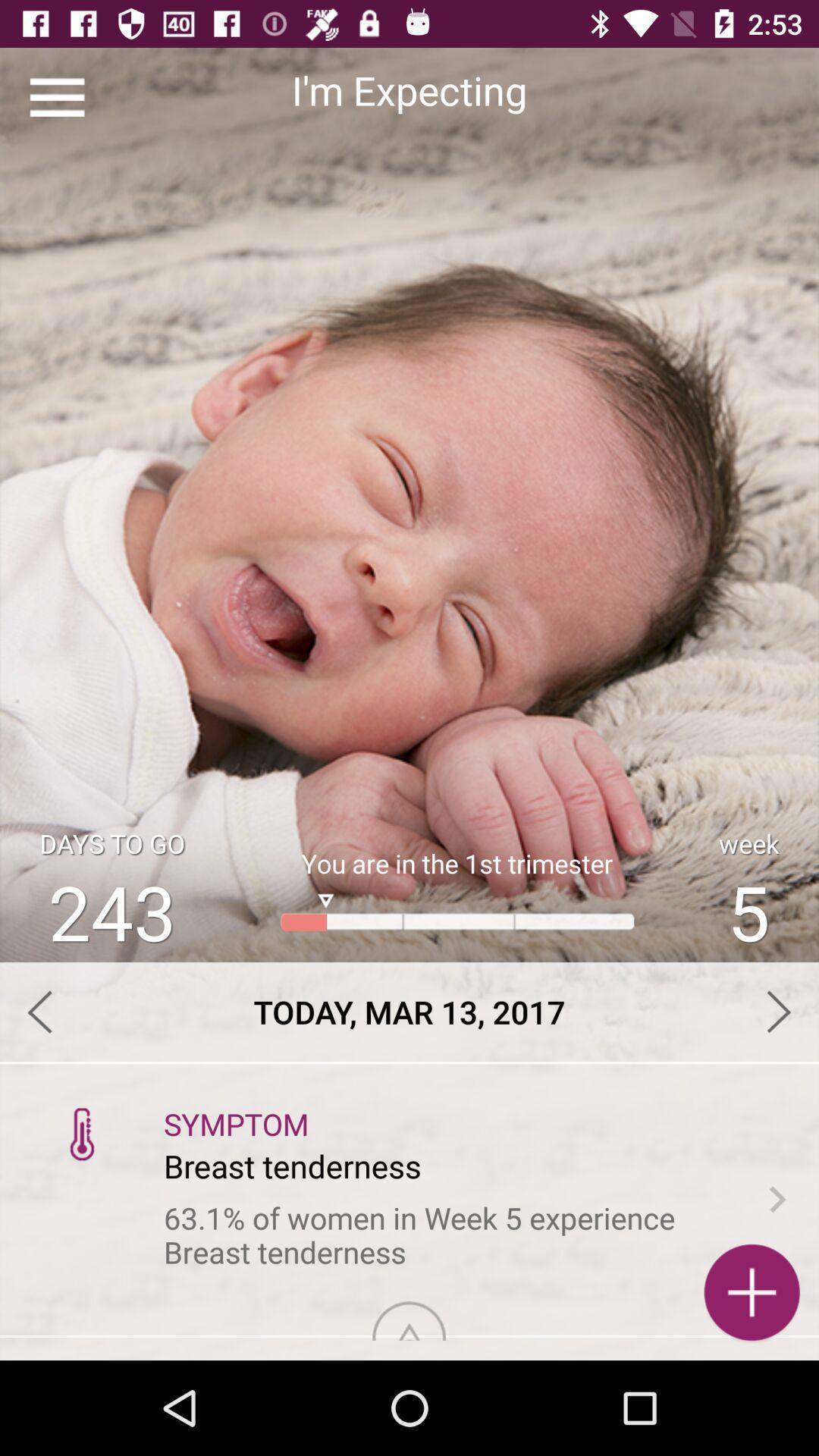  Describe the element at coordinates (777, 1198) in the screenshot. I see `the item to the right of the 63 1 of icon` at that location.